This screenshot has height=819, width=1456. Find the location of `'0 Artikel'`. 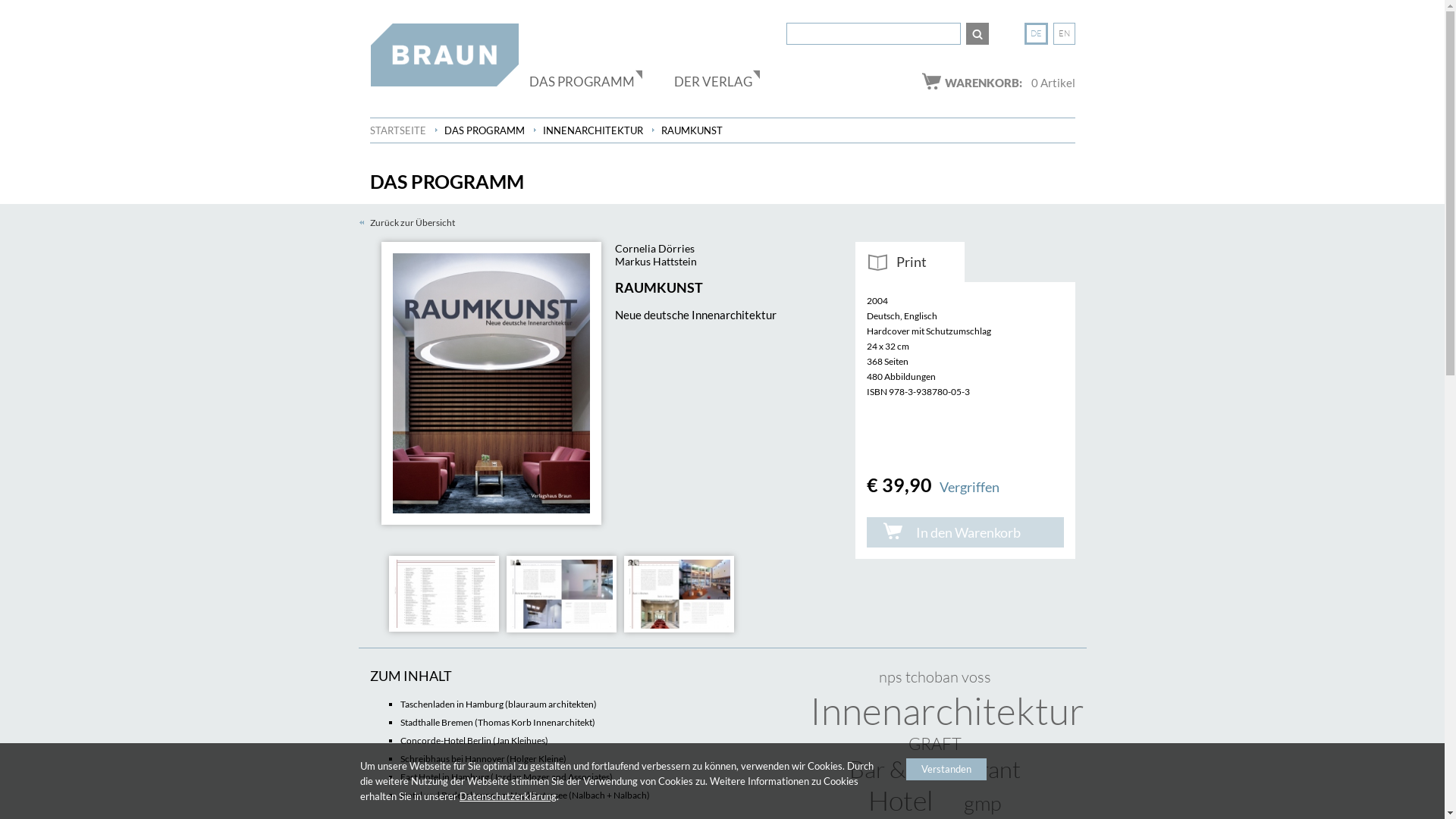

'0 Artikel' is located at coordinates (1031, 82).